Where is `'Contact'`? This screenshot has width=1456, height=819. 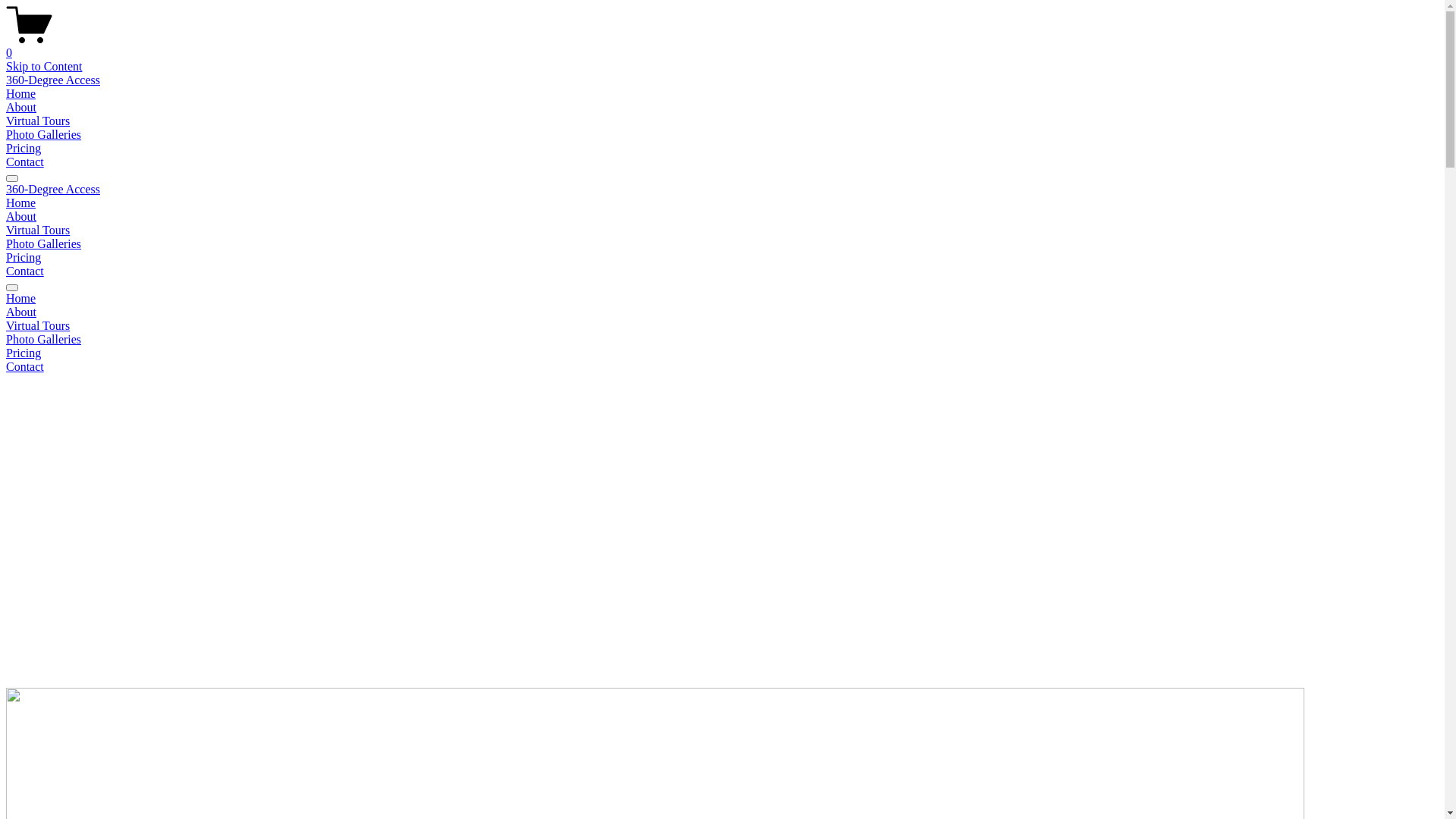
'Contact' is located at coordinates (25, 162).